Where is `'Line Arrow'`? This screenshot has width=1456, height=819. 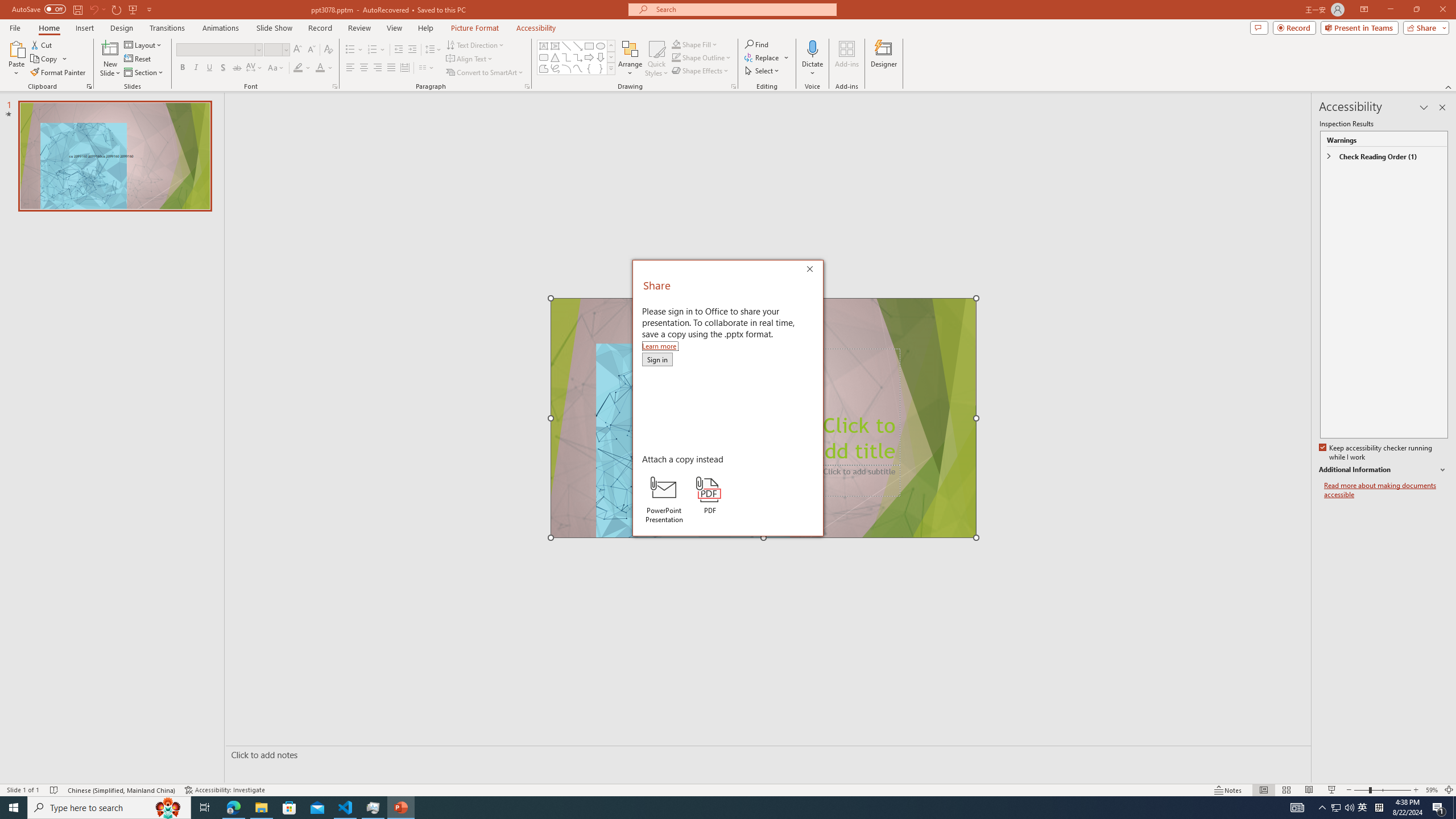 'Line Arrow' is located at coordinates (577, 45).